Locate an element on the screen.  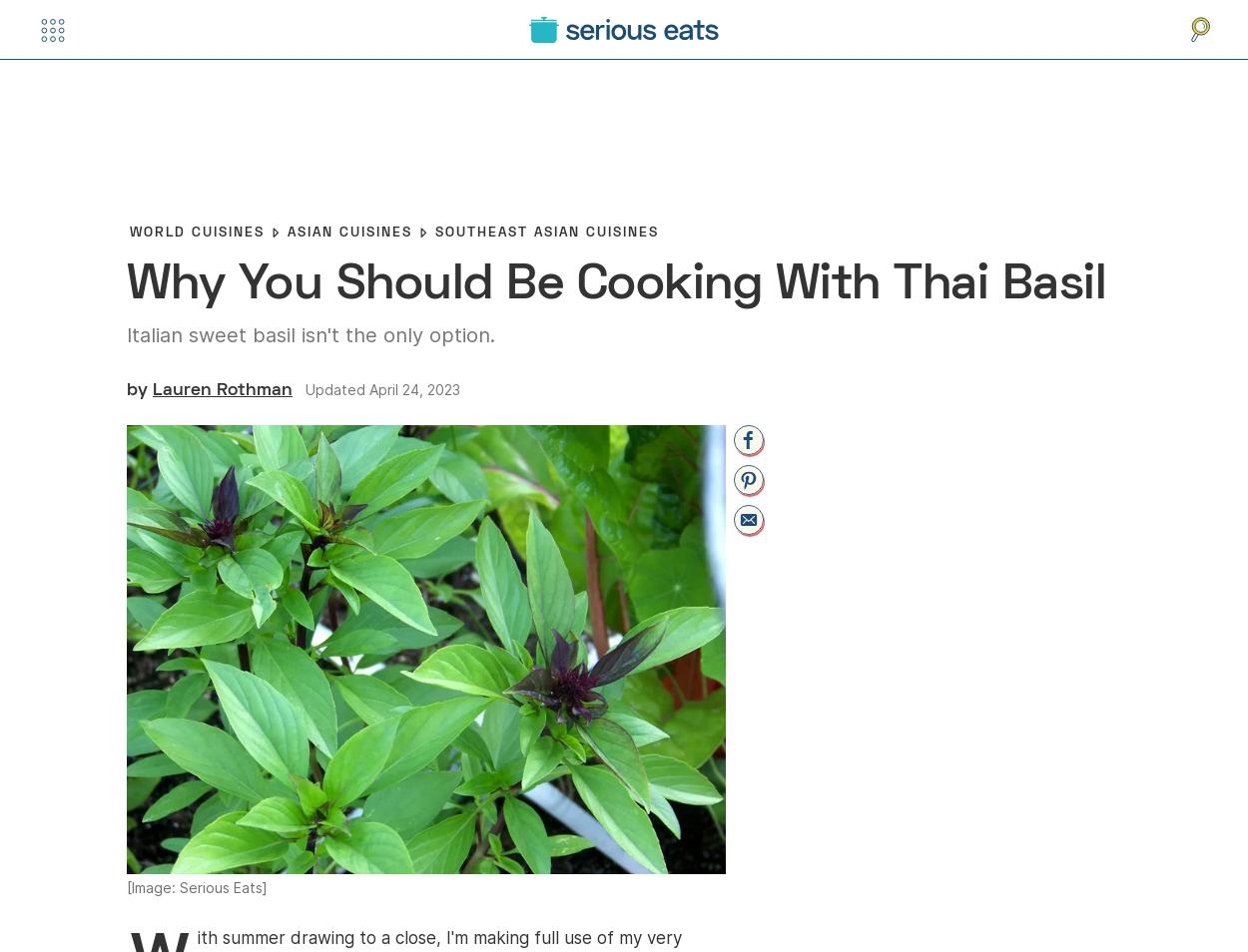
'Asian Cuisines' is located at coordinates (348, 231).